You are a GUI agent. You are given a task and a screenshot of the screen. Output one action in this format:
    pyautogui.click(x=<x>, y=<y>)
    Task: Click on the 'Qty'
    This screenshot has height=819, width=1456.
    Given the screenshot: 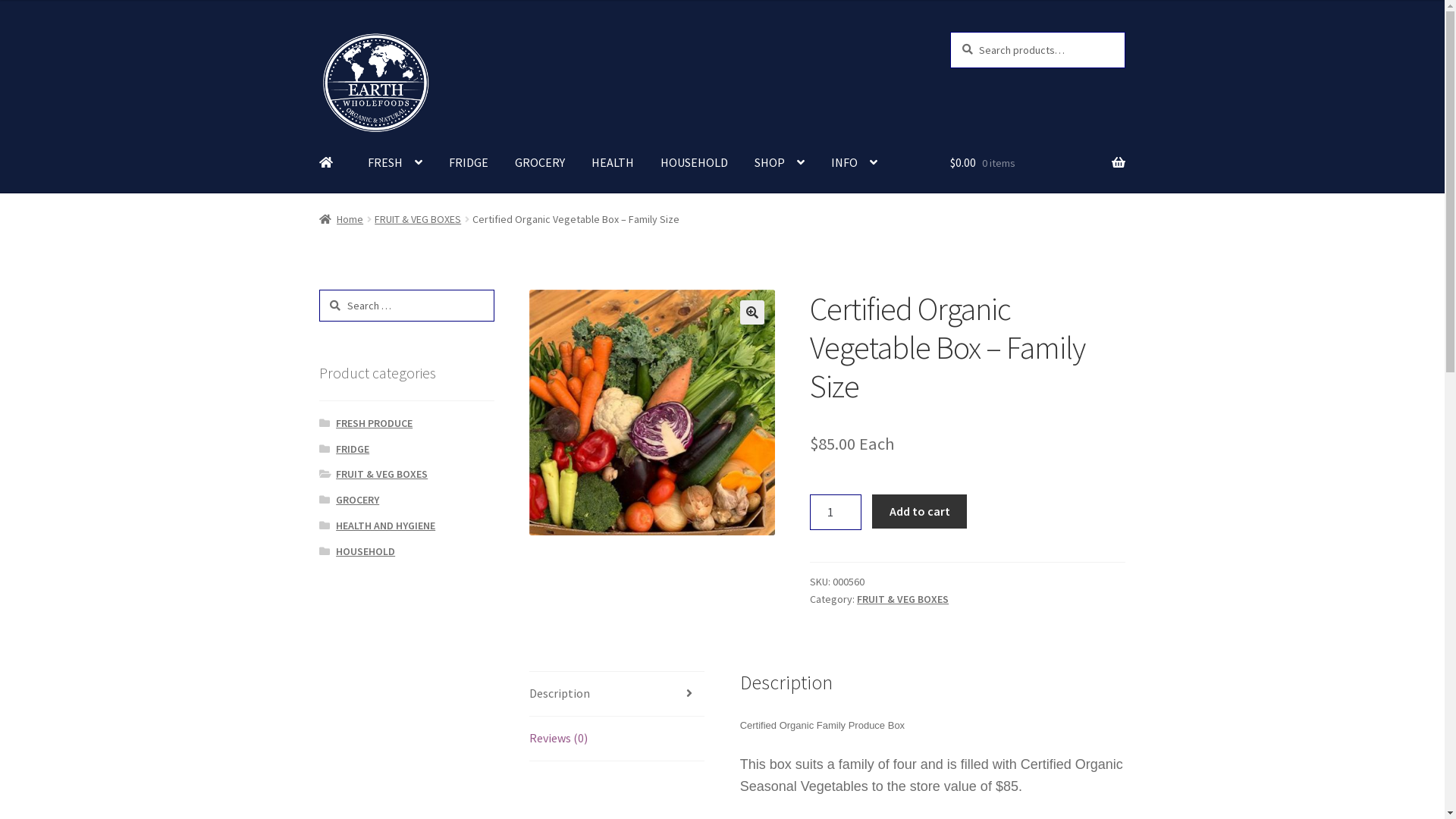 What is the action you would take?
    pyautogui.click(x=835, y=512)
    